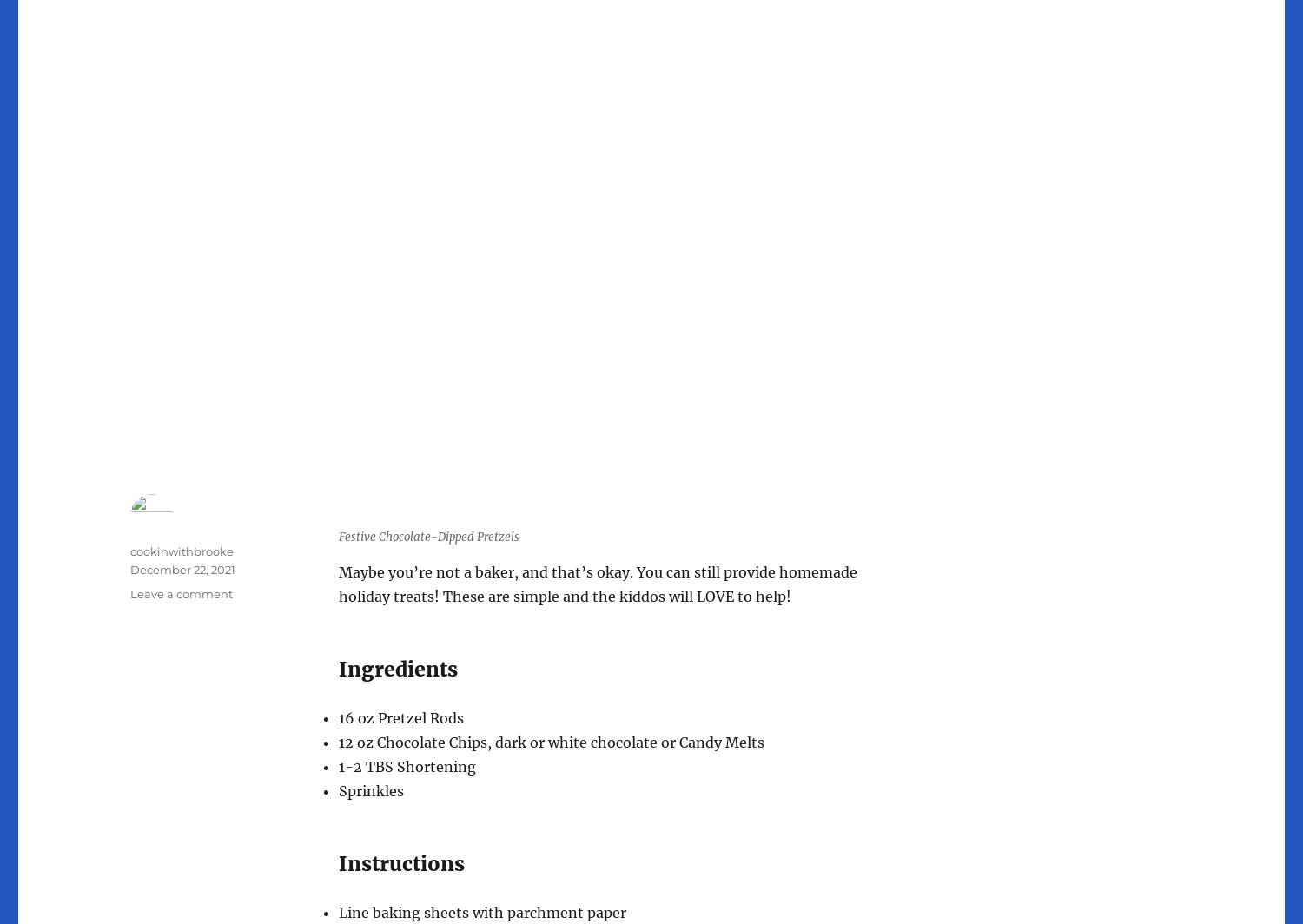  What do you see at coordinates (427, 537) in the screenshot?
I see `'Festive Chocolate-Dipped Pretzels'` at bounding box center [427, 537].